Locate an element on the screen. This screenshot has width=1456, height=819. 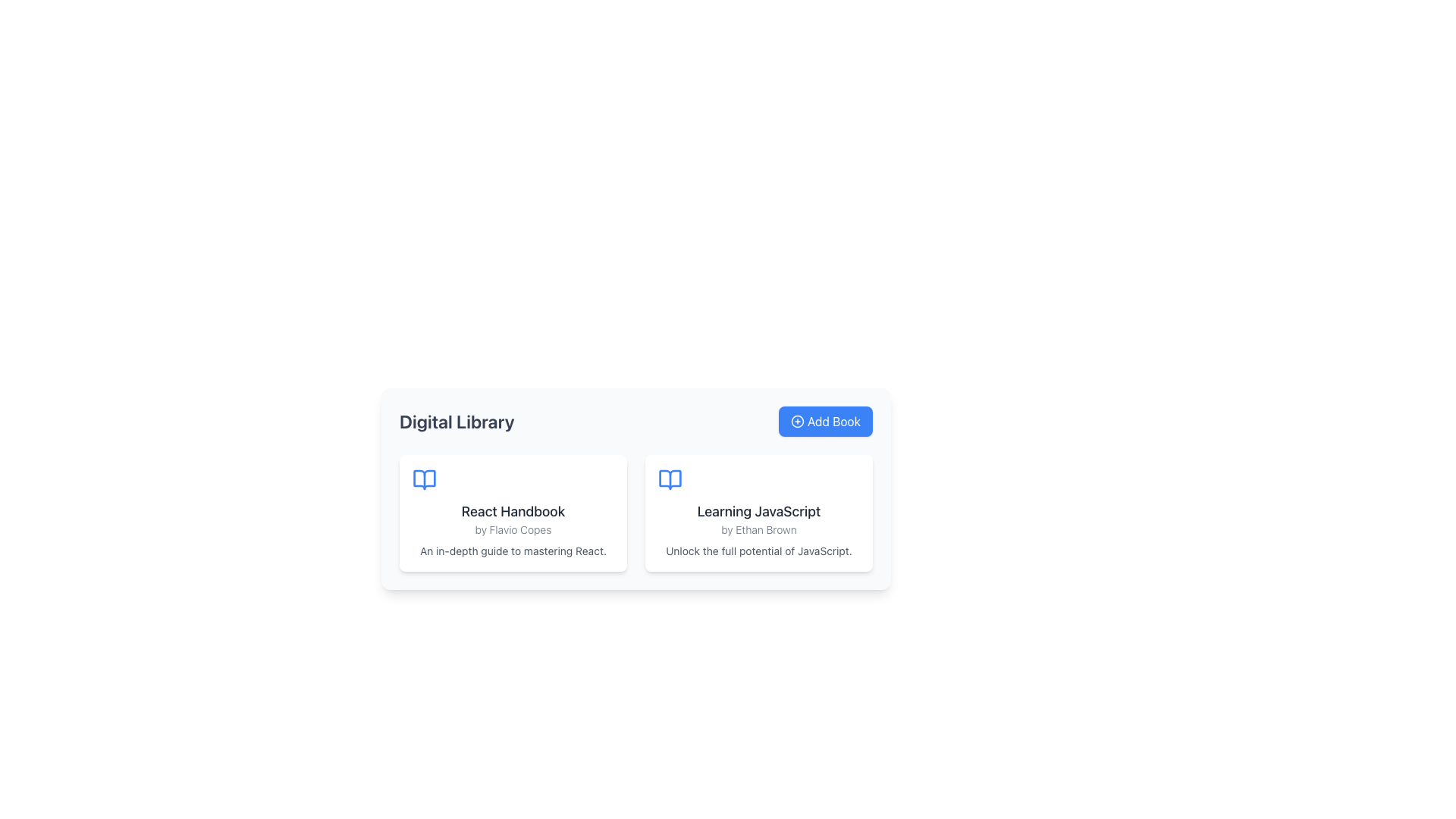
the open book vector graphic icon located in the second card of the Digital Library section, positioned to the left of the 'Learning JavaScript' title and above the author name 'by Ethan Brown' is located at coordinates (669, 479).